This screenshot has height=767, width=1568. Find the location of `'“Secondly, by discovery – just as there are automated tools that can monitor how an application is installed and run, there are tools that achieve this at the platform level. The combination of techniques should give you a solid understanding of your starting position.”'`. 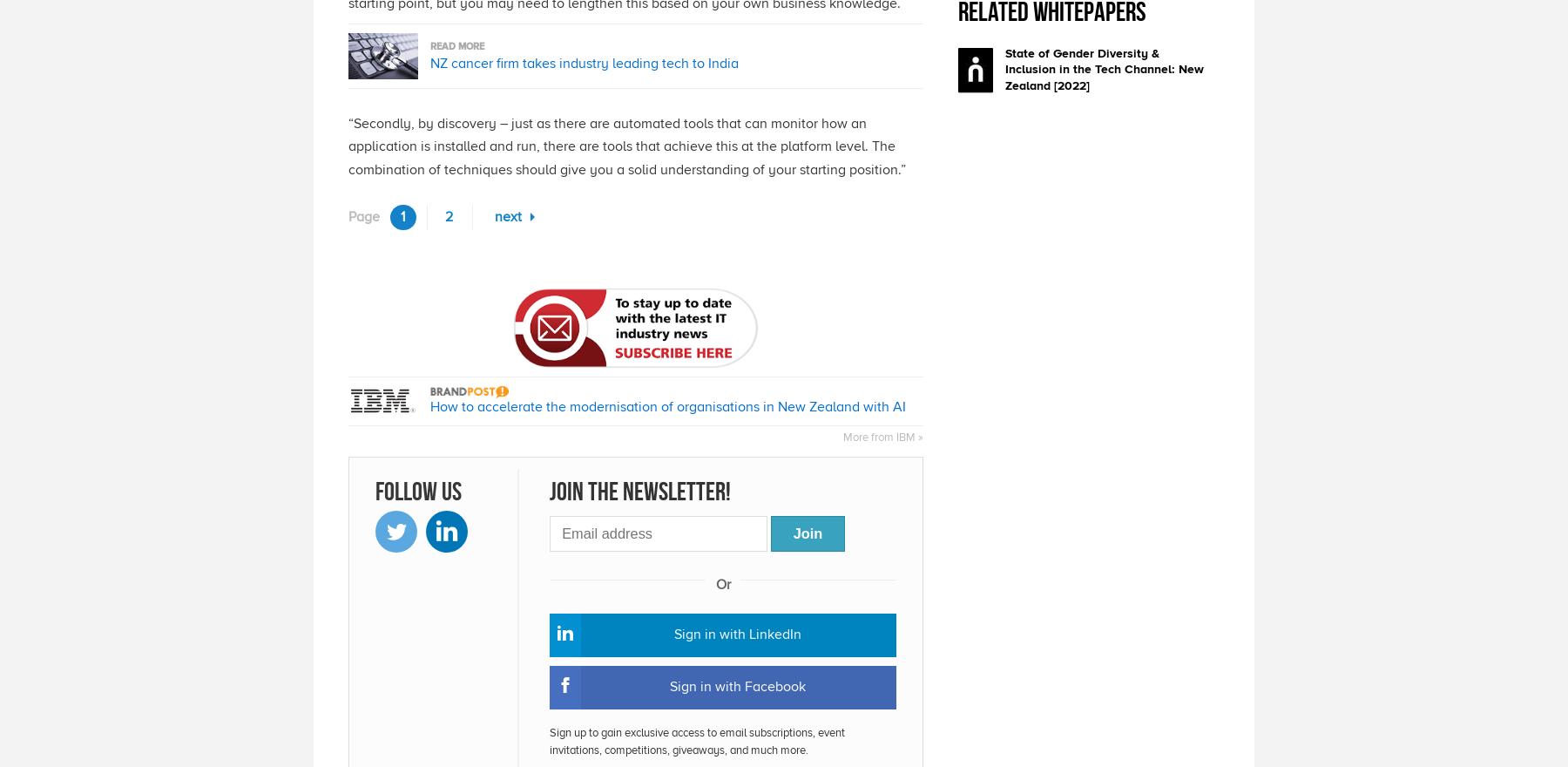

'“Secondly, by discovery – just as there are automated tools that can monitor how an application is installed and run, there are tools that achieve this at the platform level. The combination of techniques should give you a solid understanding of your starting position.”' is located at coordinates (626, 145).